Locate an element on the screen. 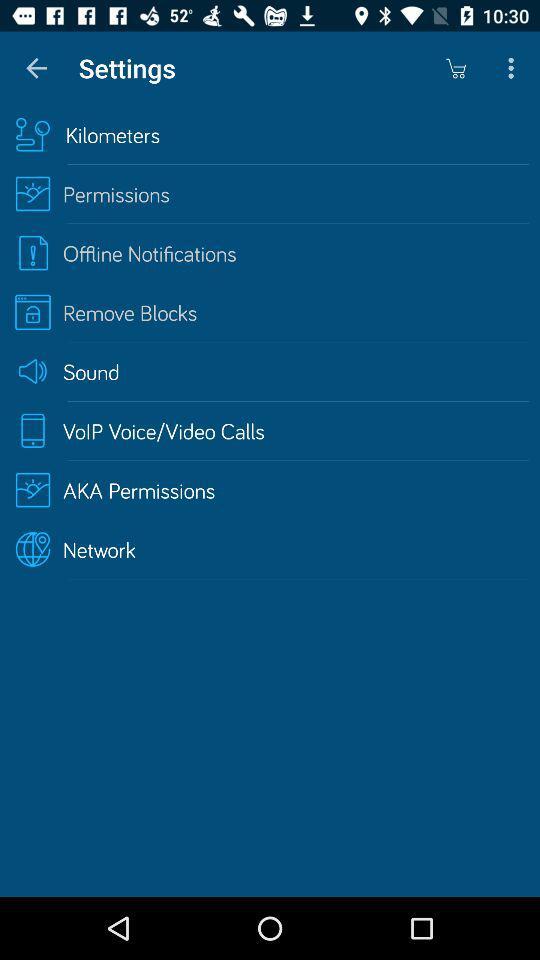 This screenshot has height=960, width=540. icon above the kilometers is located at coordinates (36, 68).